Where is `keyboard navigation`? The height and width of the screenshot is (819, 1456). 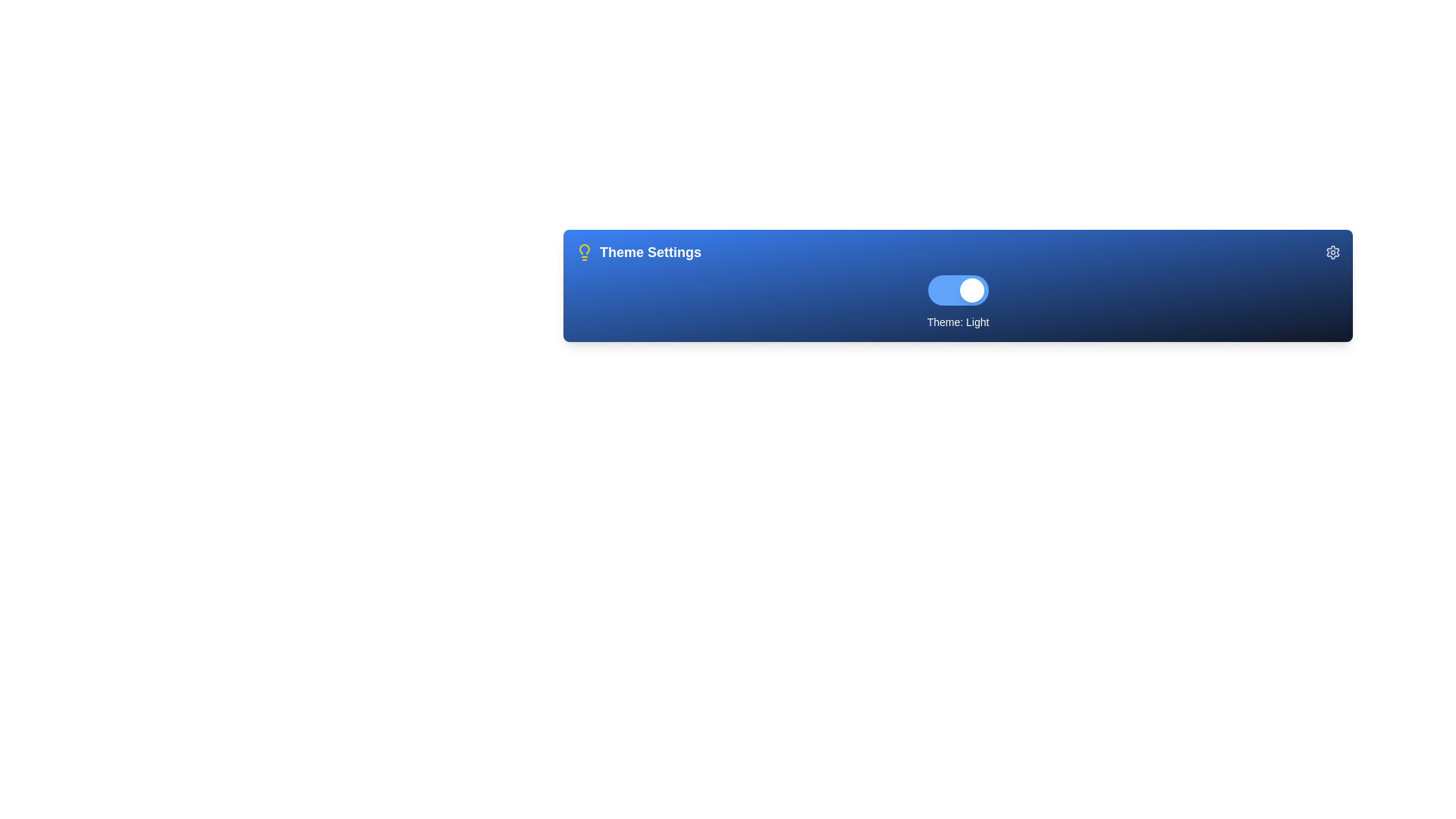
keyboard navigation is located at coordinates (1332, 251).